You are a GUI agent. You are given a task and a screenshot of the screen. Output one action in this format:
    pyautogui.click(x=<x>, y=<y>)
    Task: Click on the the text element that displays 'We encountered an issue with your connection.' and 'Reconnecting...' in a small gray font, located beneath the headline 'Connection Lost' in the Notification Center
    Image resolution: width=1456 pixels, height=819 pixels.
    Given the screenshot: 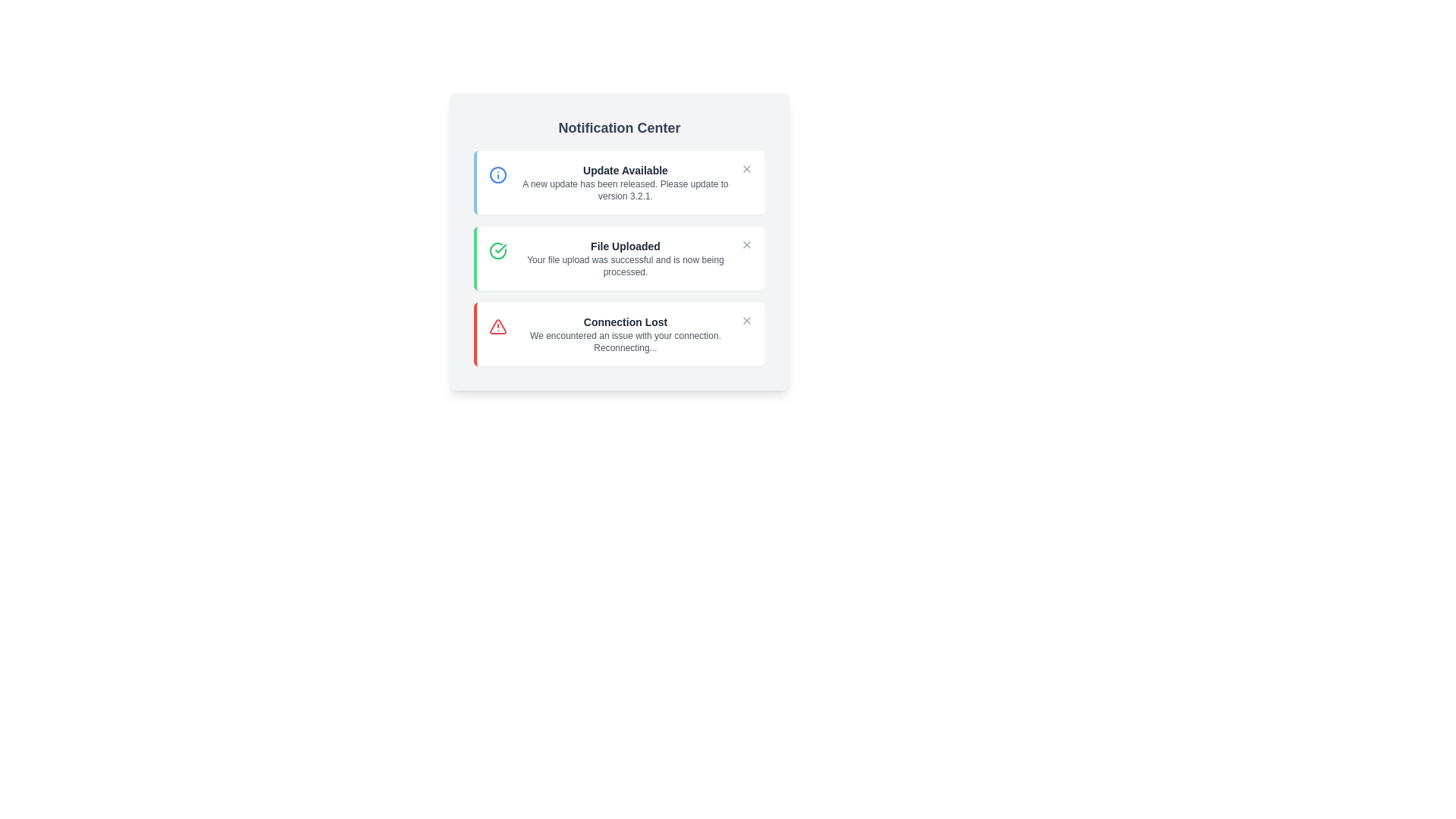 What is the action you would take?
    pyautogui.click(x=626, y=342)
    